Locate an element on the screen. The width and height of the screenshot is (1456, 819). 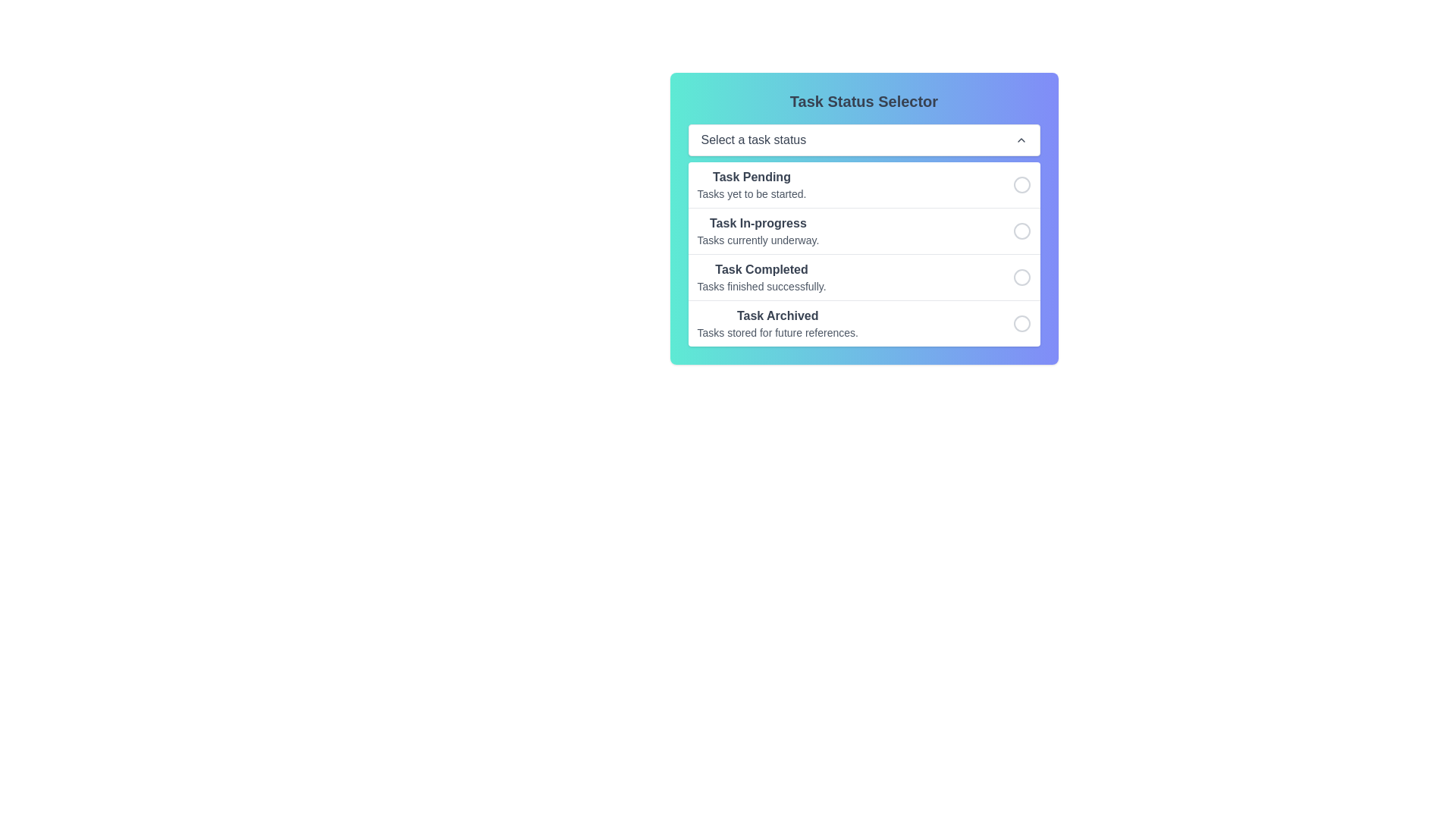
the selectable list item titled 'Task In-progress' which is the second item in the list of task statuses is located at coordinates (864, 231).